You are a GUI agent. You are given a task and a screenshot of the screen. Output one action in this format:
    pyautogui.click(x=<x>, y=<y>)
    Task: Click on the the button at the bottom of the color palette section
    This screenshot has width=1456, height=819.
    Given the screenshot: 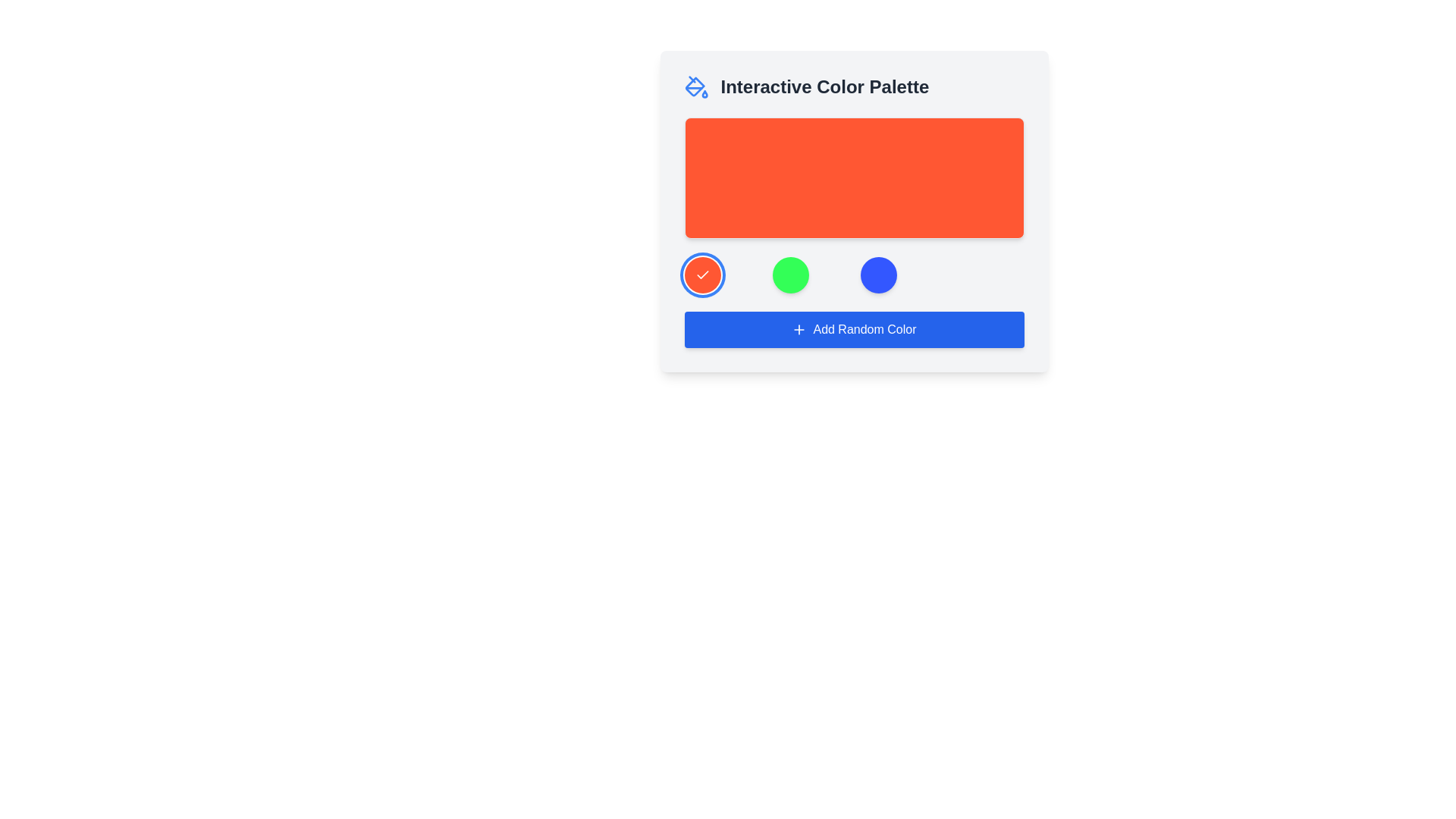 What is the action you would take?
    pyautogui.click(x=854, y=329)
    